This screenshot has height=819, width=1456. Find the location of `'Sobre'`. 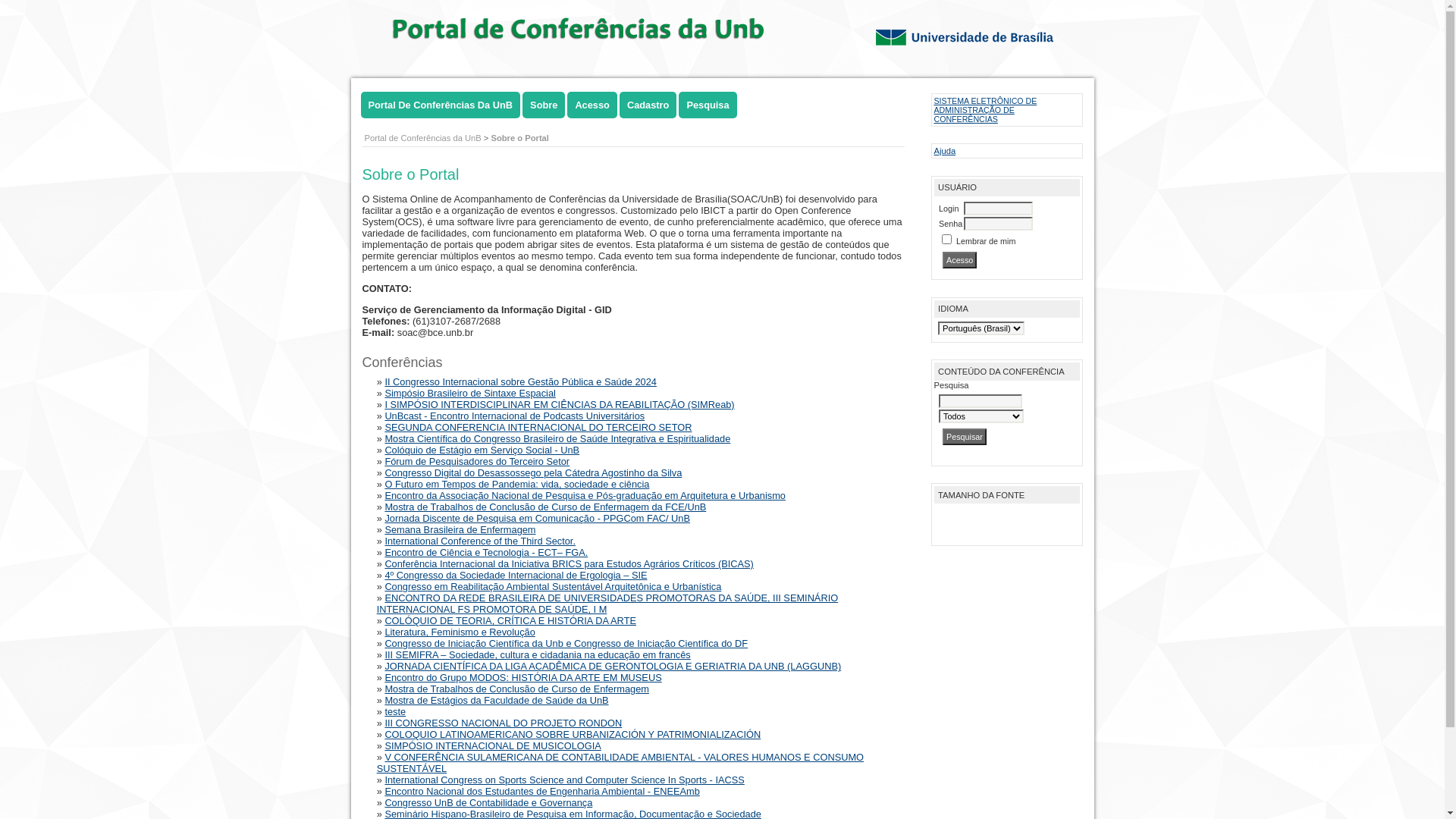

'Sobre' is located at coordinates (522, 104).